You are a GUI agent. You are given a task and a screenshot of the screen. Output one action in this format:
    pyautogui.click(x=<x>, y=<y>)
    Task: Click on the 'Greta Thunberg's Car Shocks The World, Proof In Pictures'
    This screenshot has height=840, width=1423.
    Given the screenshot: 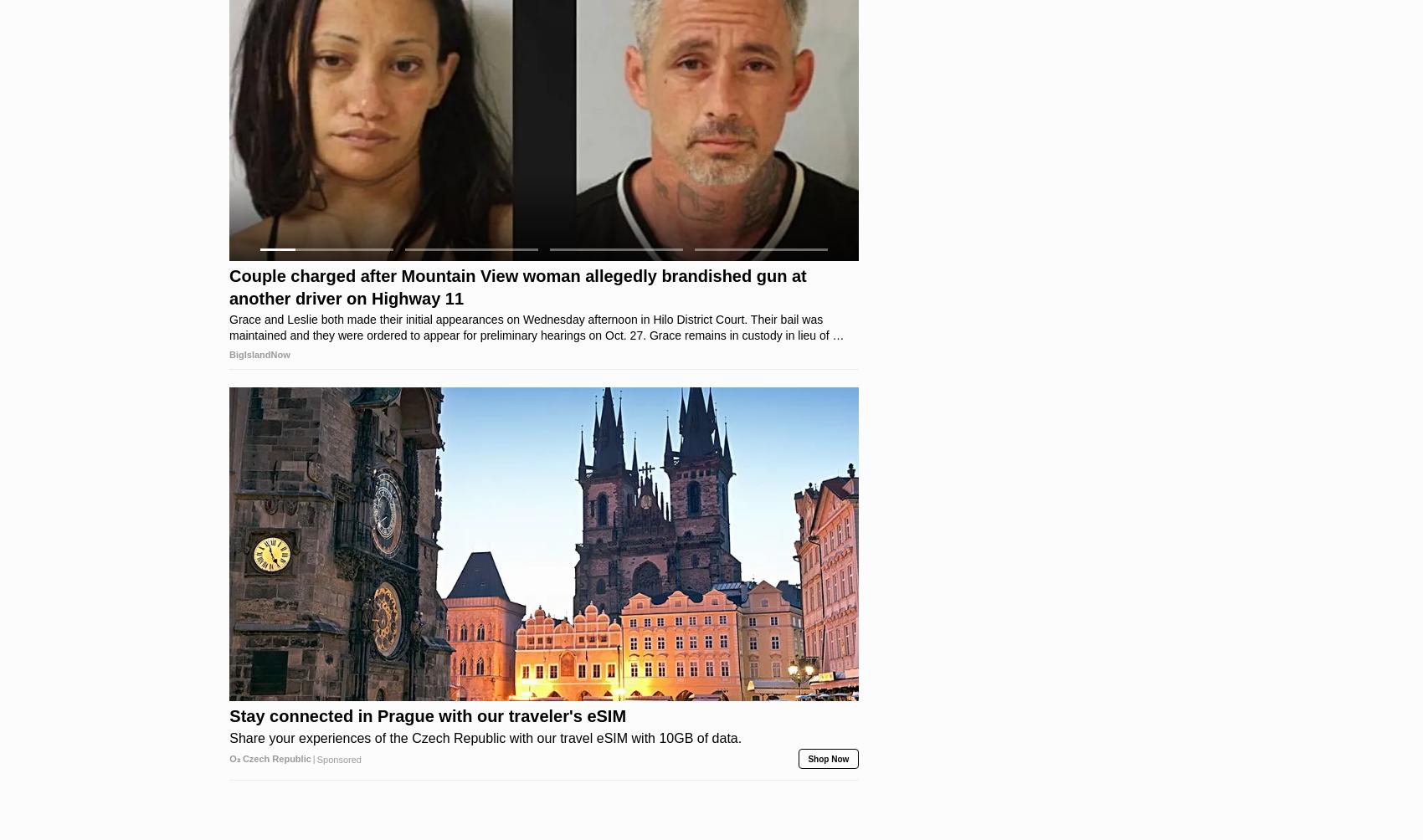 What is the action you would take?
    pyautogui.click(x=460, y=275)
    